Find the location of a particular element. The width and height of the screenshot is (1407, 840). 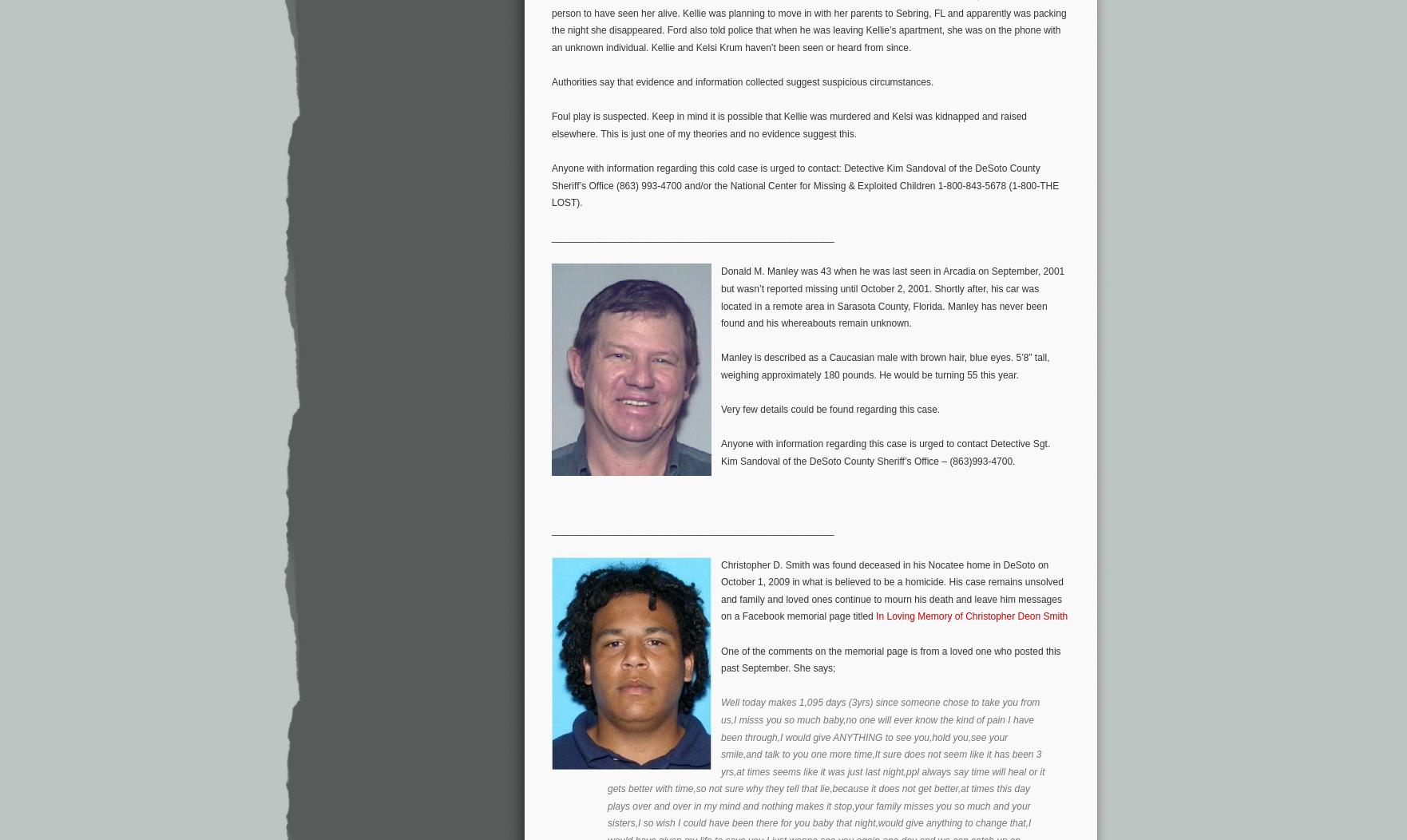

'In Loving Memory of Christopher Deon Smith' is located at coordinates (972, 615).